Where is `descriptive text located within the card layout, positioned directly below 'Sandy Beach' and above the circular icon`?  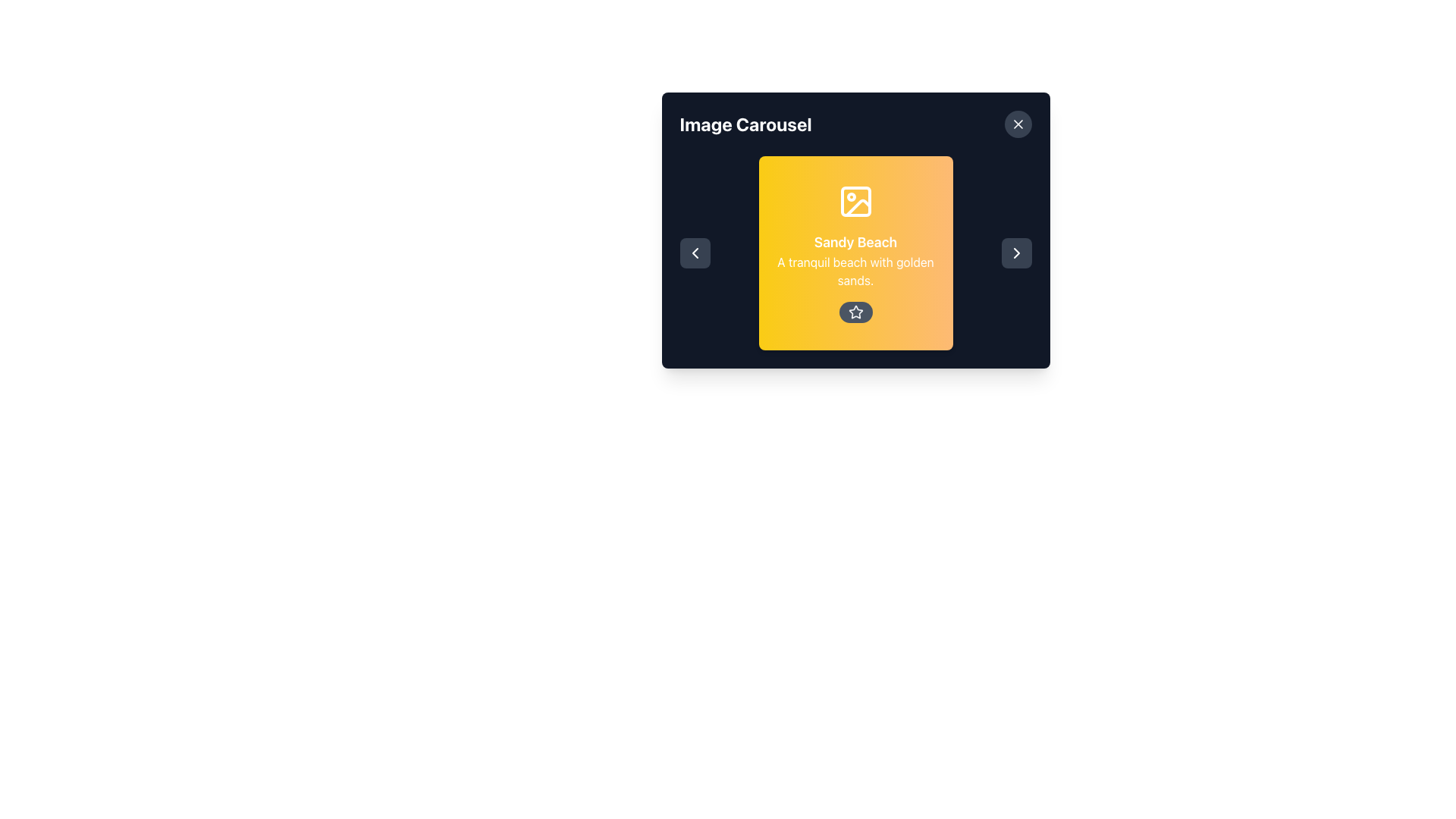 descriptive text located within the card layout, positioned directly below 'Sandy Beach' and above the circular icon is located at coordinates (855, 271).